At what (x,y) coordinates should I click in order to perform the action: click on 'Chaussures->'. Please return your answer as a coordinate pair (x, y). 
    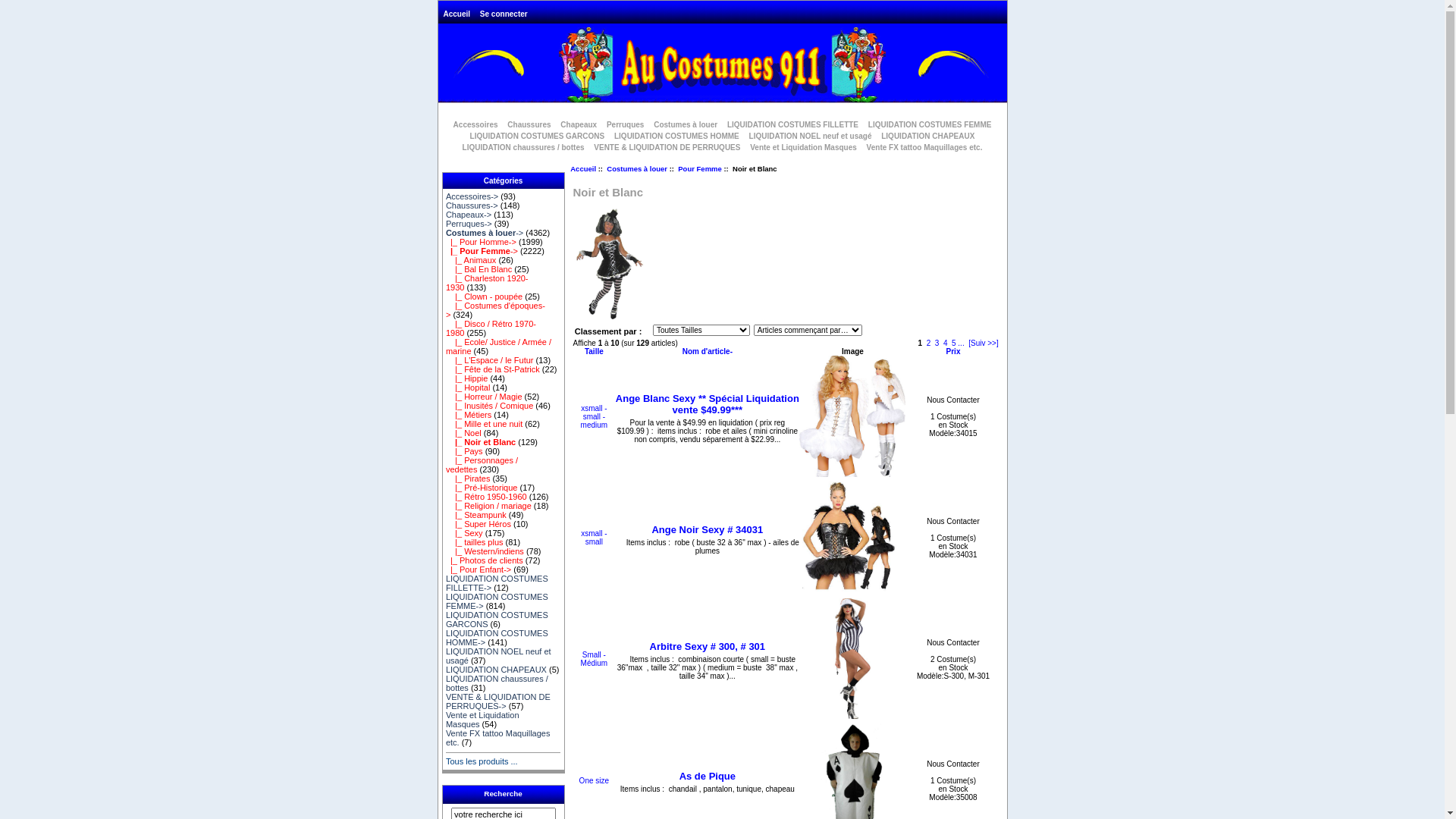
    Looking at the image, I should click on (471, 205).